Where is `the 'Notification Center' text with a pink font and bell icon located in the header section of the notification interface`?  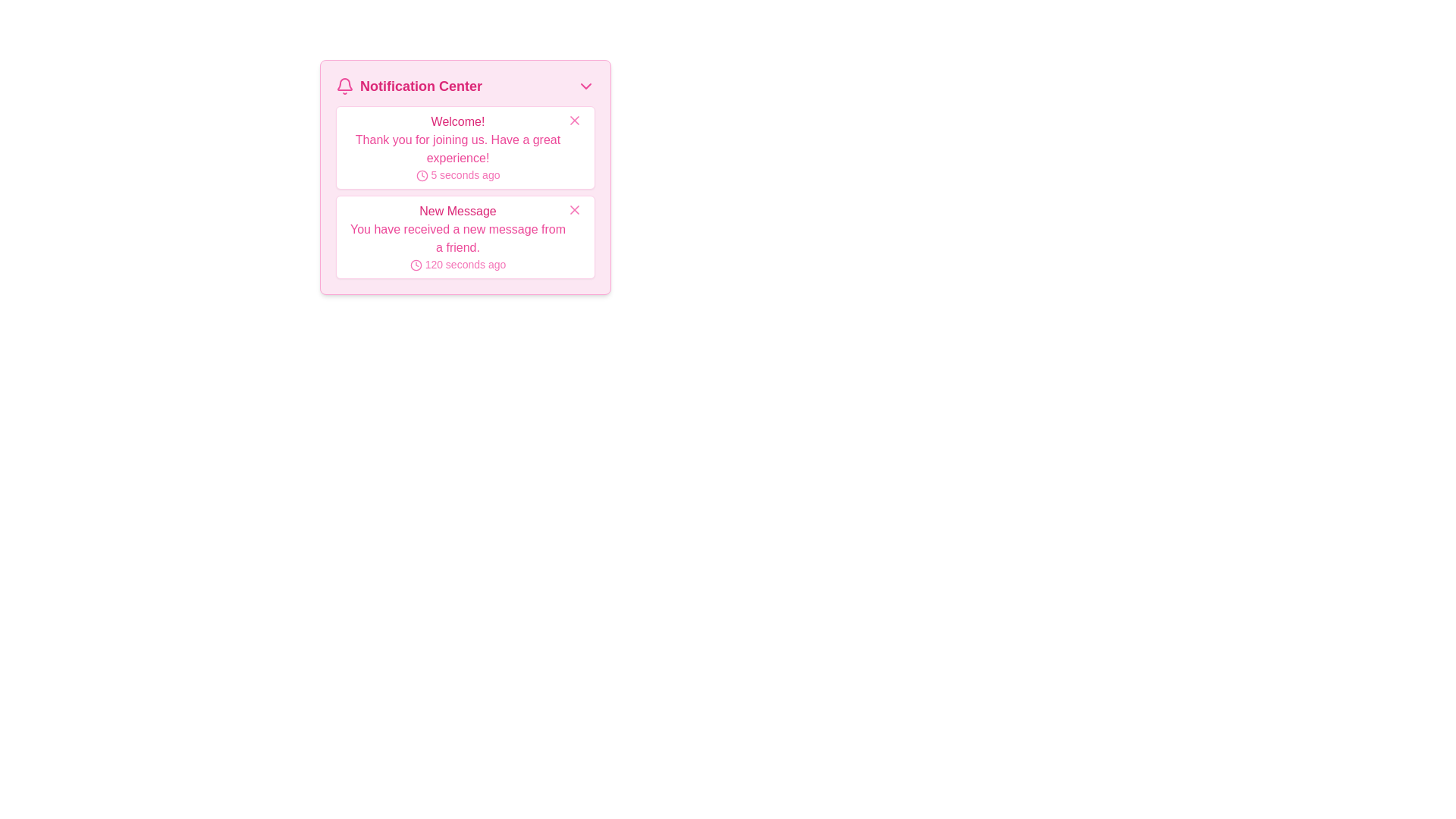
the 'Notification Center' text with a pink font and bell icon located in the header section of the notification interface is located at coordinates (409, 86).